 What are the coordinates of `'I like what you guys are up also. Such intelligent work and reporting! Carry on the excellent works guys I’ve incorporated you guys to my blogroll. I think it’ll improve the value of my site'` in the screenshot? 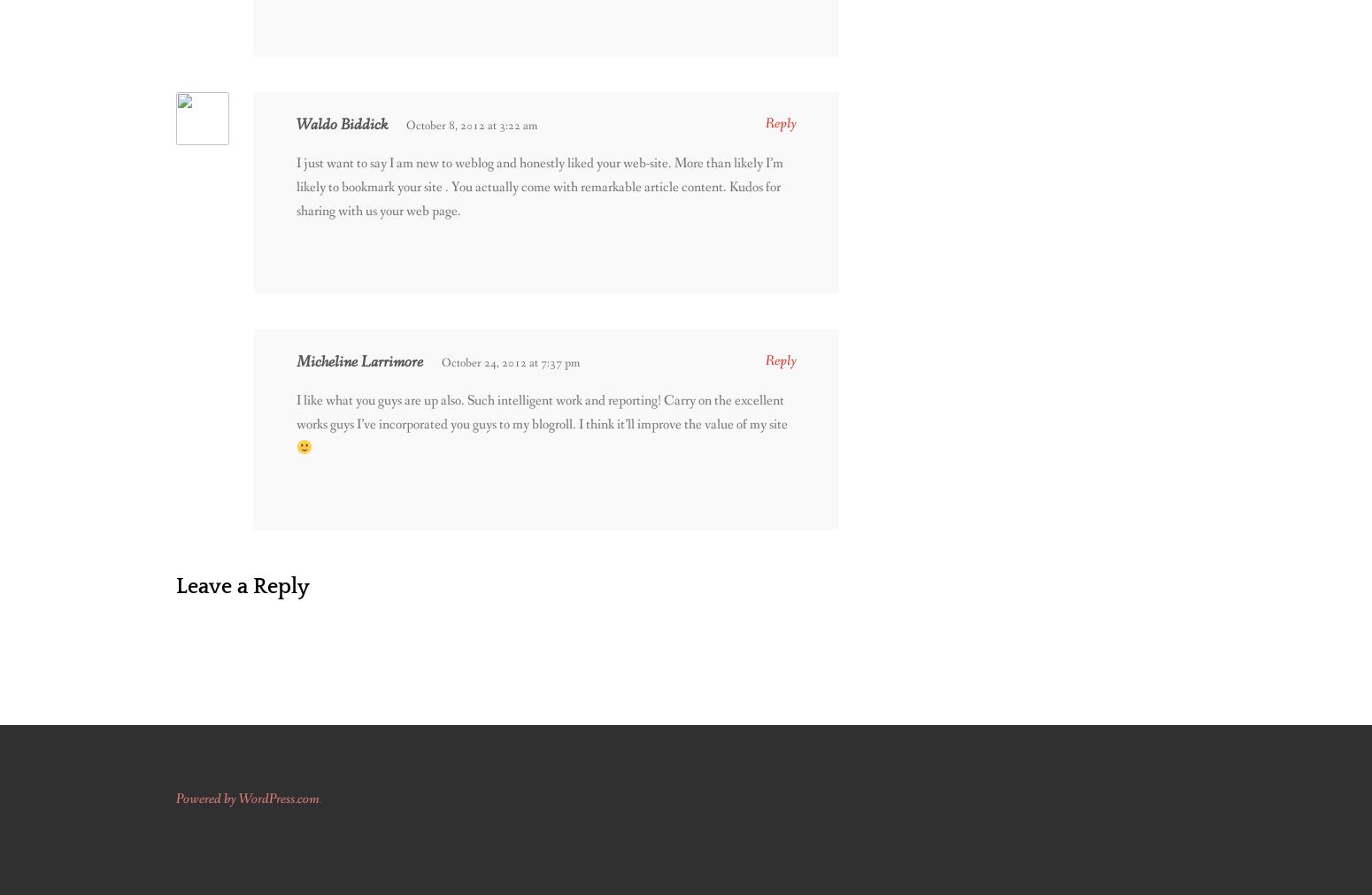 It's located at (542, 410).